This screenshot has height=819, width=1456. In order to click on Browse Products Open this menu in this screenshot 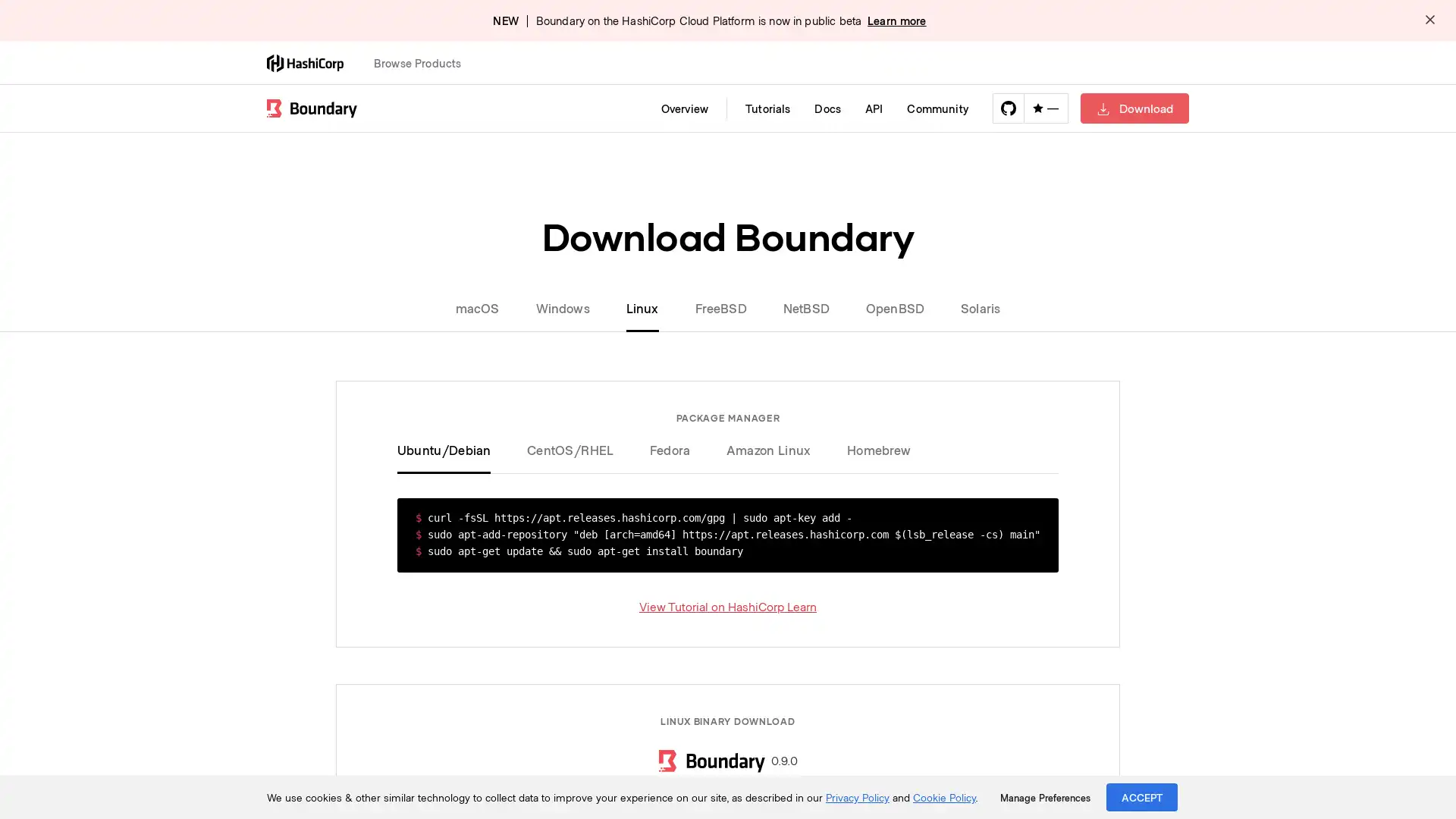, I will do `click(424, 62)`.